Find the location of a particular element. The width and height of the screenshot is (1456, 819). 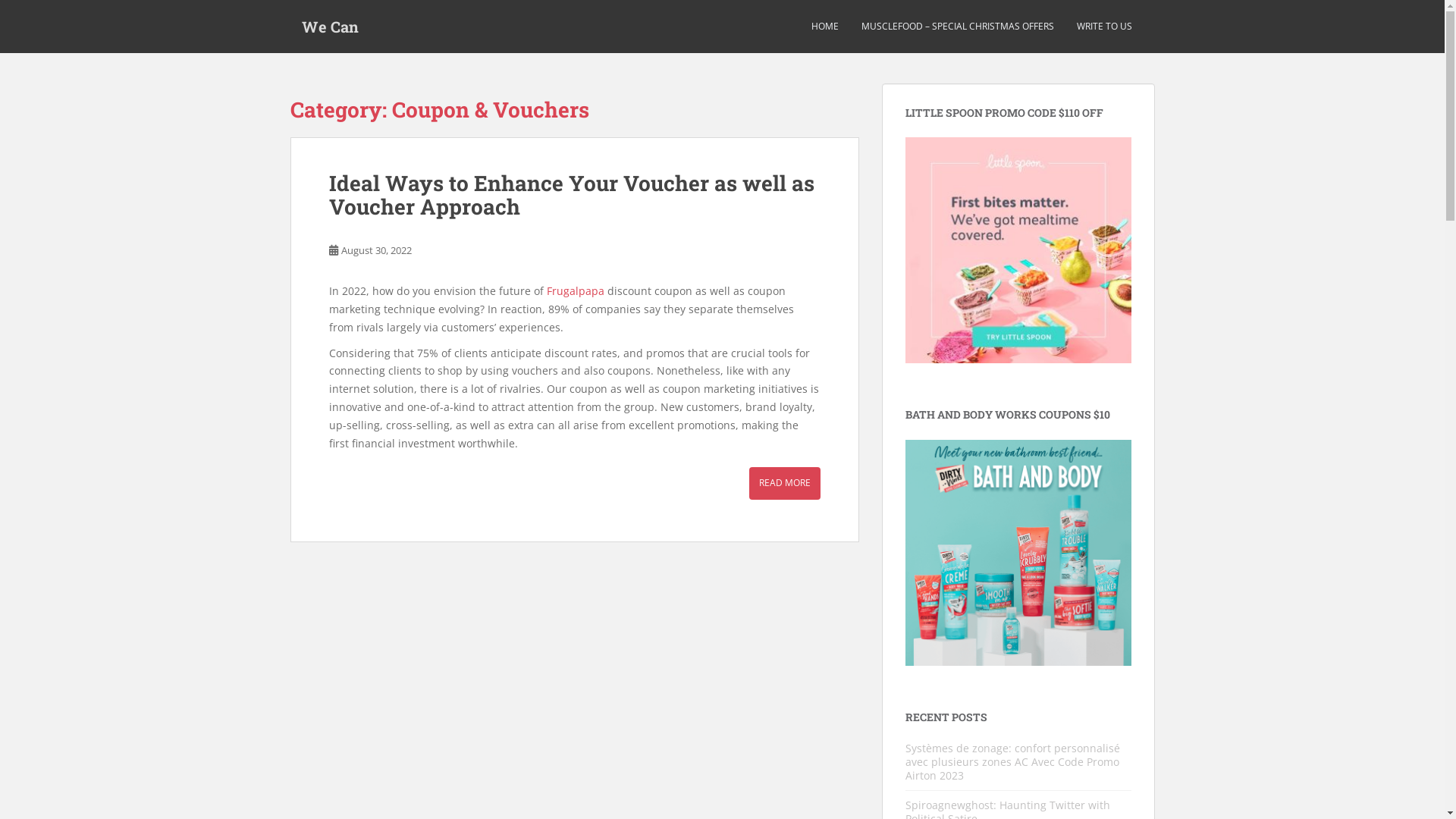

'WRITE TO US' is located at coordinates (1104, 26).